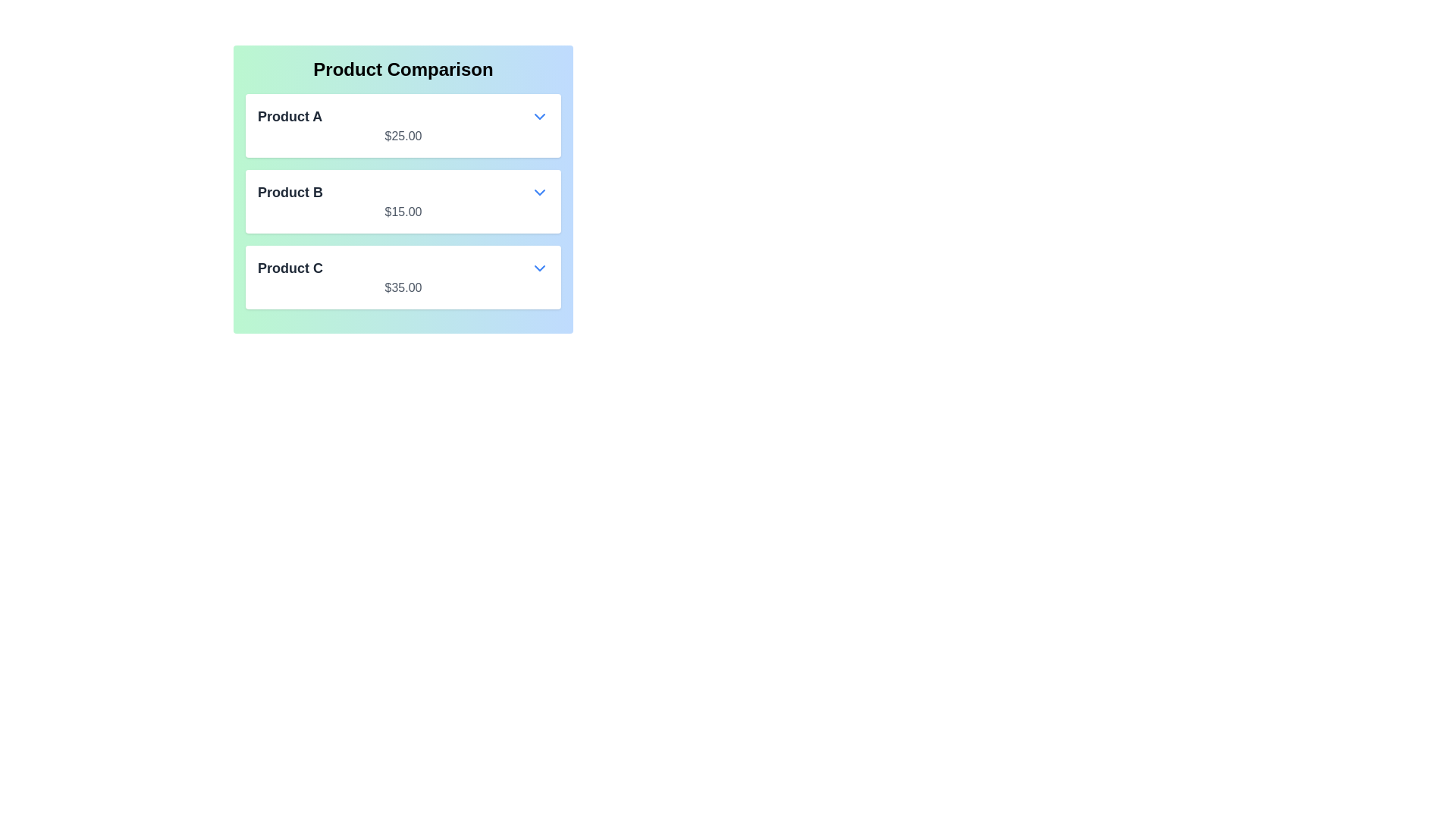 The image size is (1456, 819). I want to click on the Dropdown toggle icon located to the right of the text label 'Product C', so click(539, 268).